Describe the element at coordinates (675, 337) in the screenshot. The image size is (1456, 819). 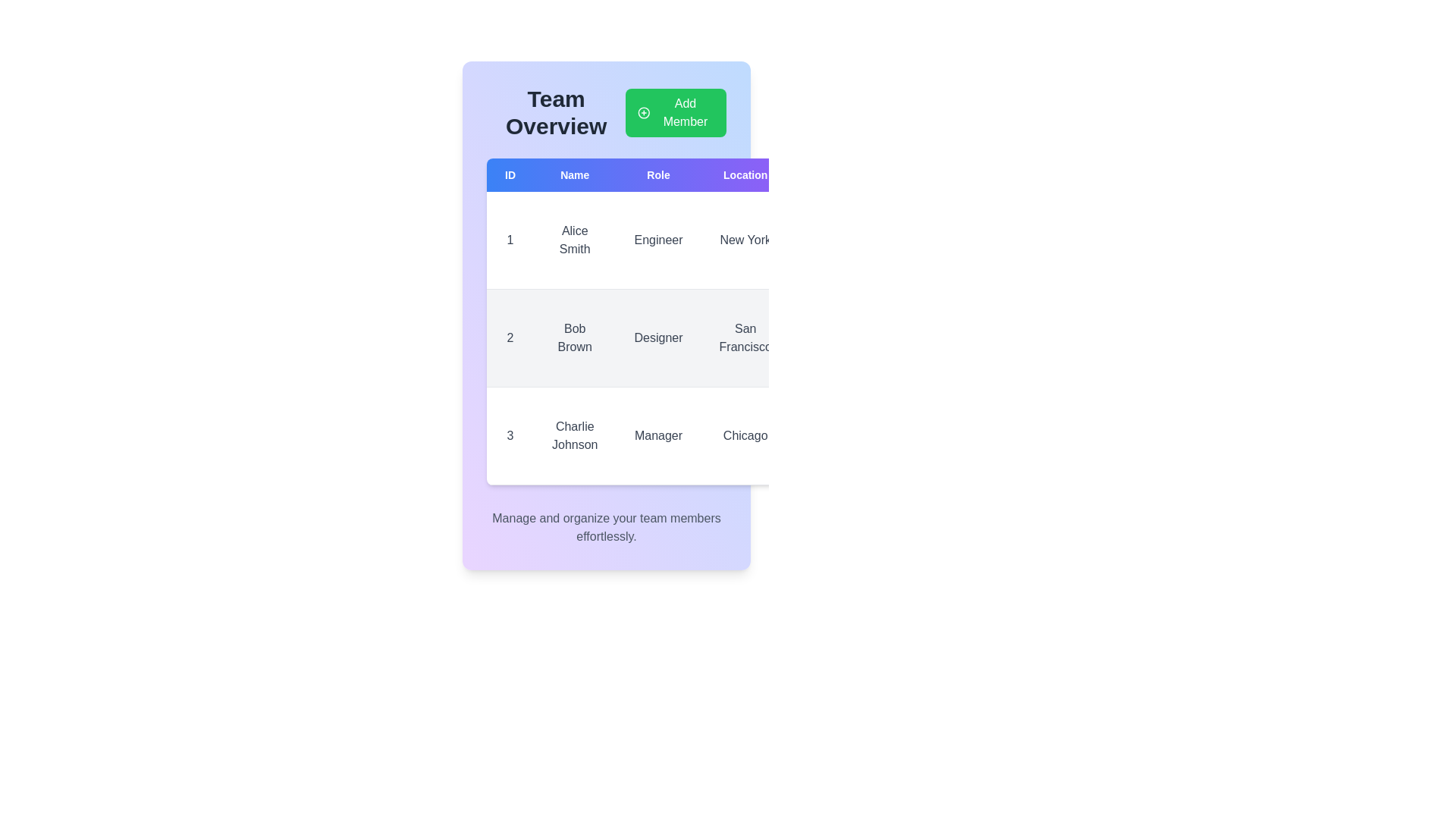
I see `the second row of the table containing details about 'Bob Brown', which includes the columns '2', 'Bob Brown', 'Designer', and 'San Francisco'` at that location.